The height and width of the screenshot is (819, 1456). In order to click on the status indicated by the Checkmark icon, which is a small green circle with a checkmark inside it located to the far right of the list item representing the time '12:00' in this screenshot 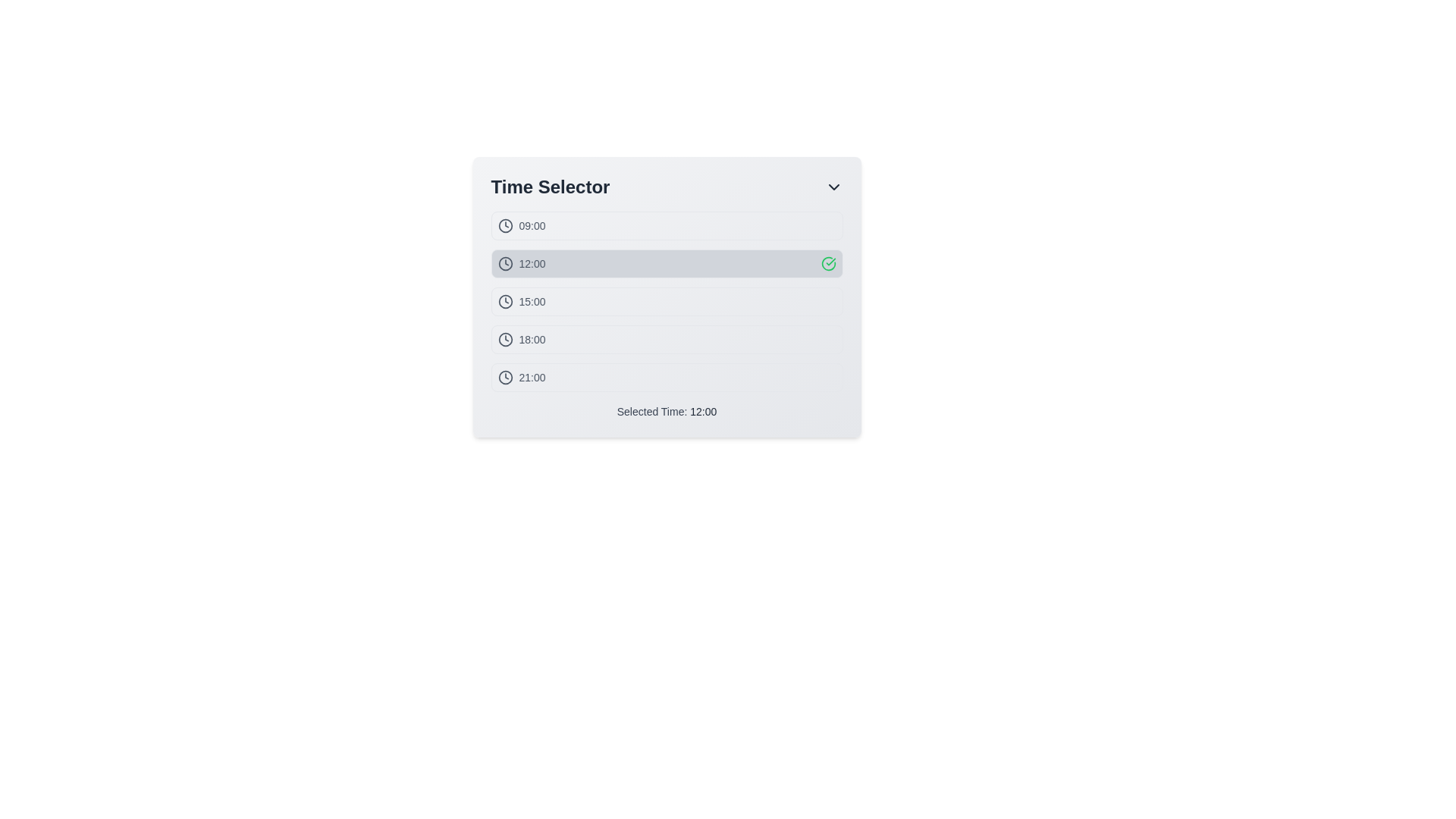, I will do `click(827, 262)`.